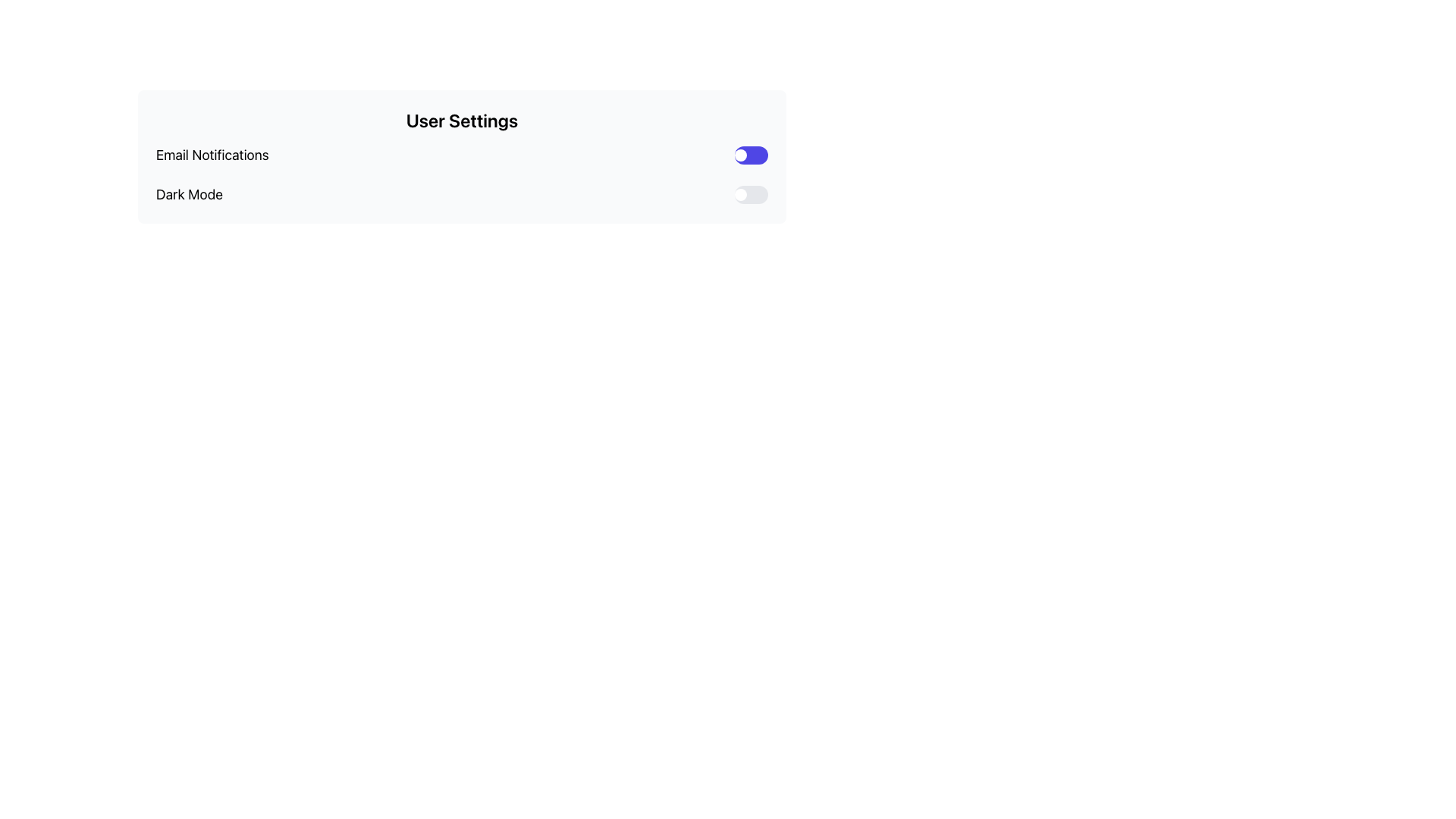  What do you see at coordinates (751, 194) in the screenshot?
I see `the toggle switch for 'Enable Dark Mode'` at bounding box center [751, 194].